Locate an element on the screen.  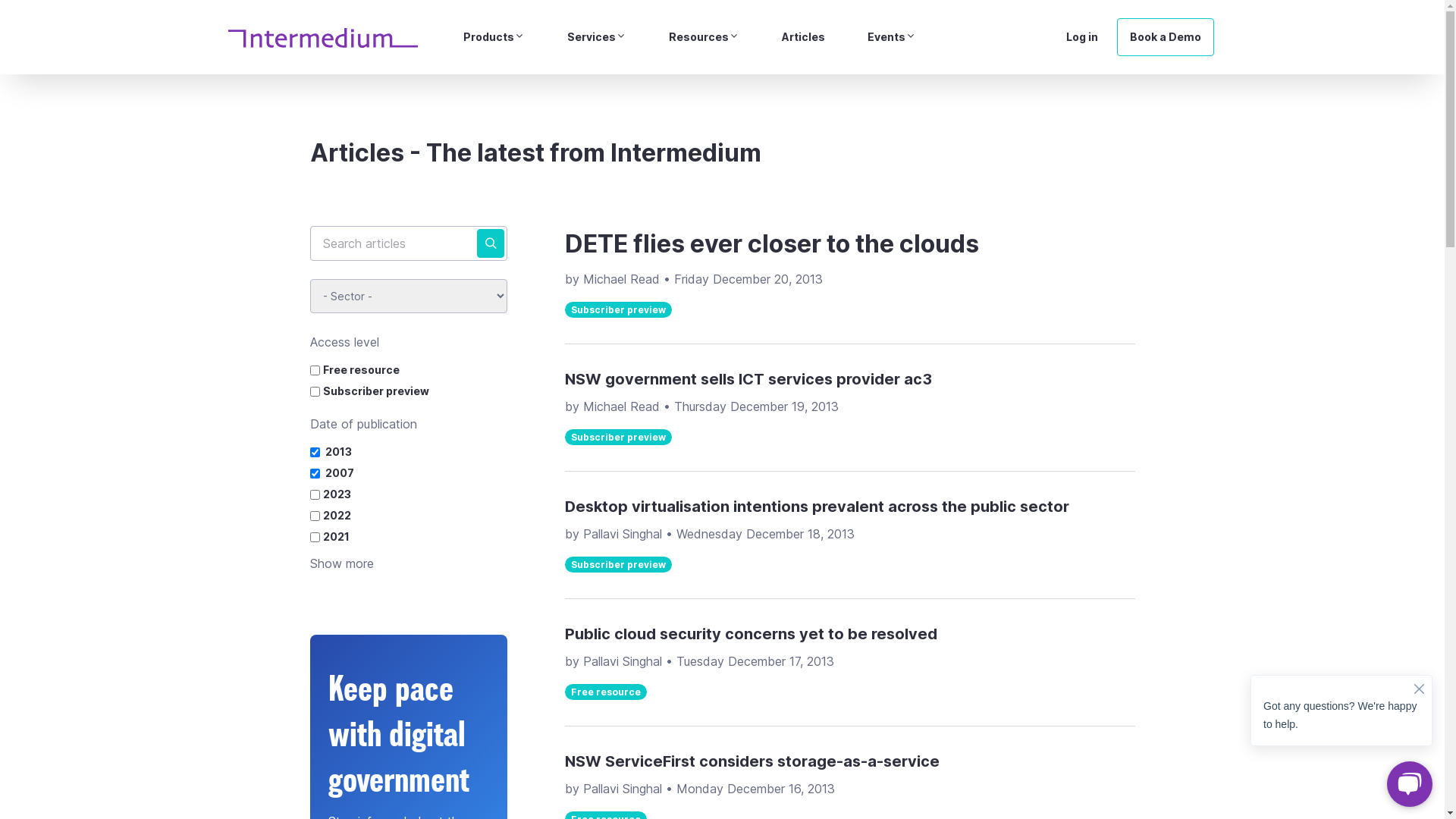
'Show more' is located at coordinates (340, 563).